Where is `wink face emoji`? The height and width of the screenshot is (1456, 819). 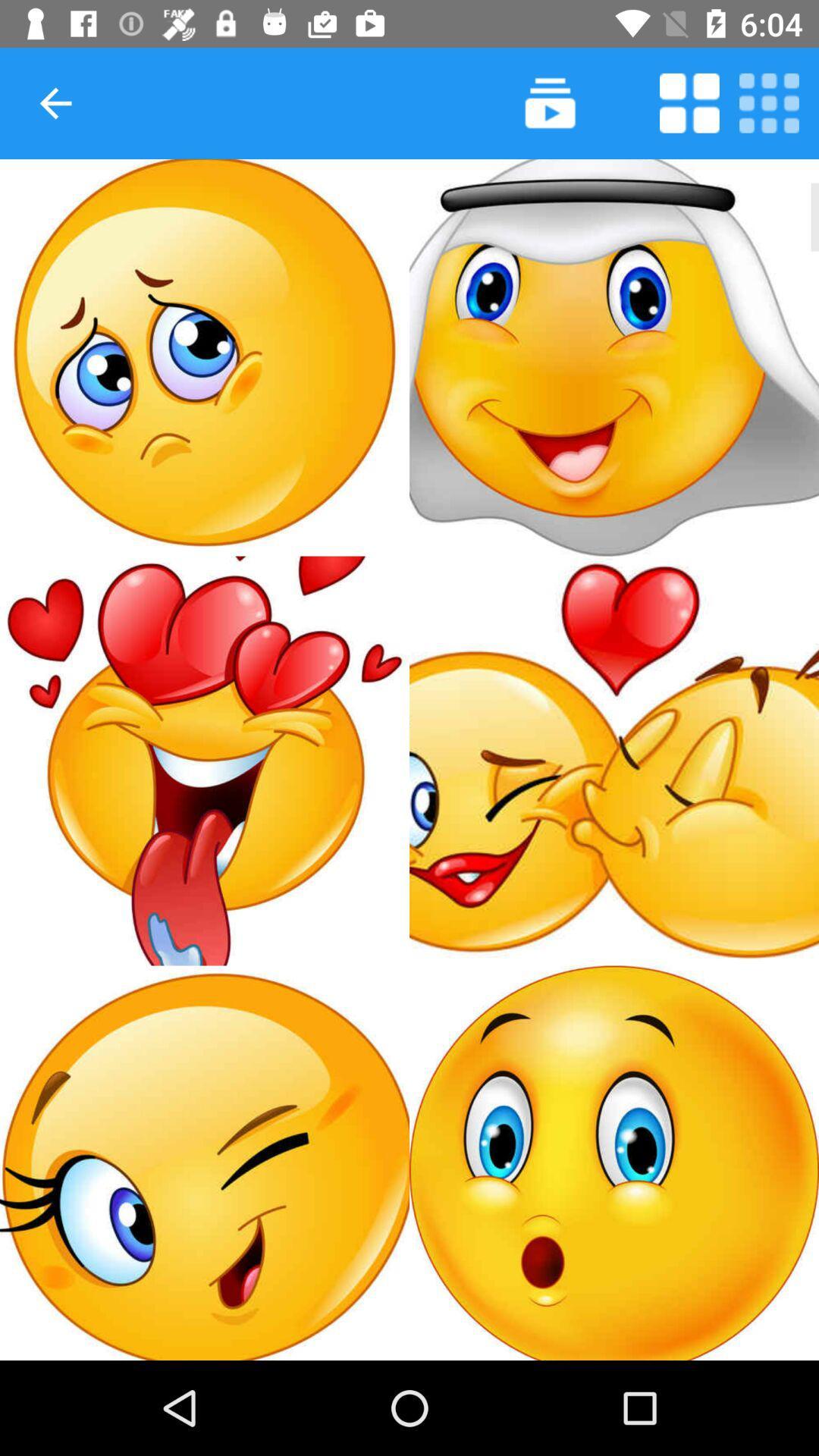 wink face emoji is located at coordinates (205, 1162).